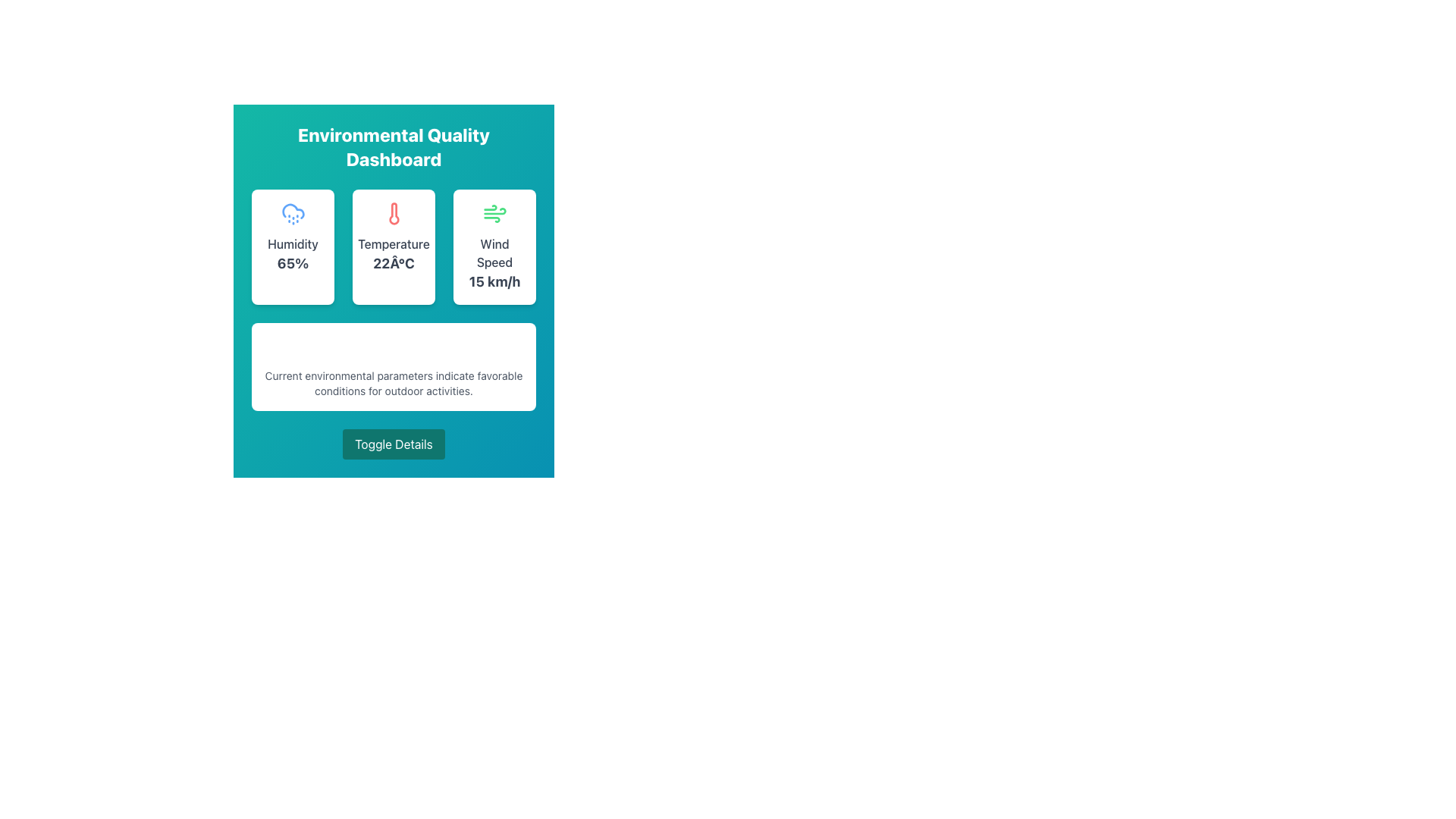 The height and width of the screenshot is (819, 1456). I want to click on text displayed in the bold and large font style, showing '22°C', which is positioned below the 'Temperature' label within the 'Temperature' card on the dashboard, so click(394, 262).